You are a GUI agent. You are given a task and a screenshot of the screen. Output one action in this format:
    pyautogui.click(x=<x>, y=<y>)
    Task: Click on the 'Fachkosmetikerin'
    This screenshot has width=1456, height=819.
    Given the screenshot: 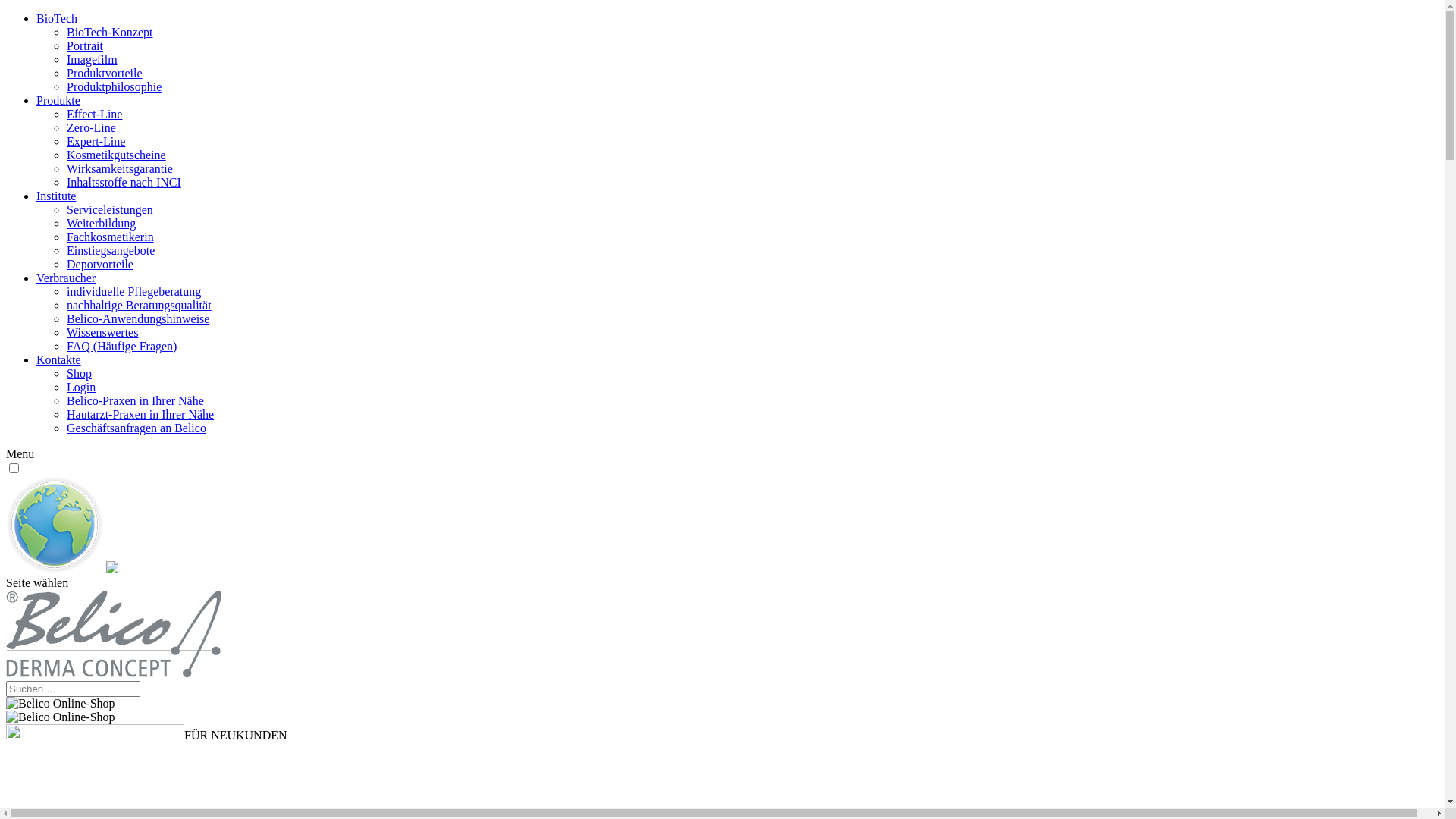 What is the action you would take?
    pyautogui.click(x=109, y=237)
    